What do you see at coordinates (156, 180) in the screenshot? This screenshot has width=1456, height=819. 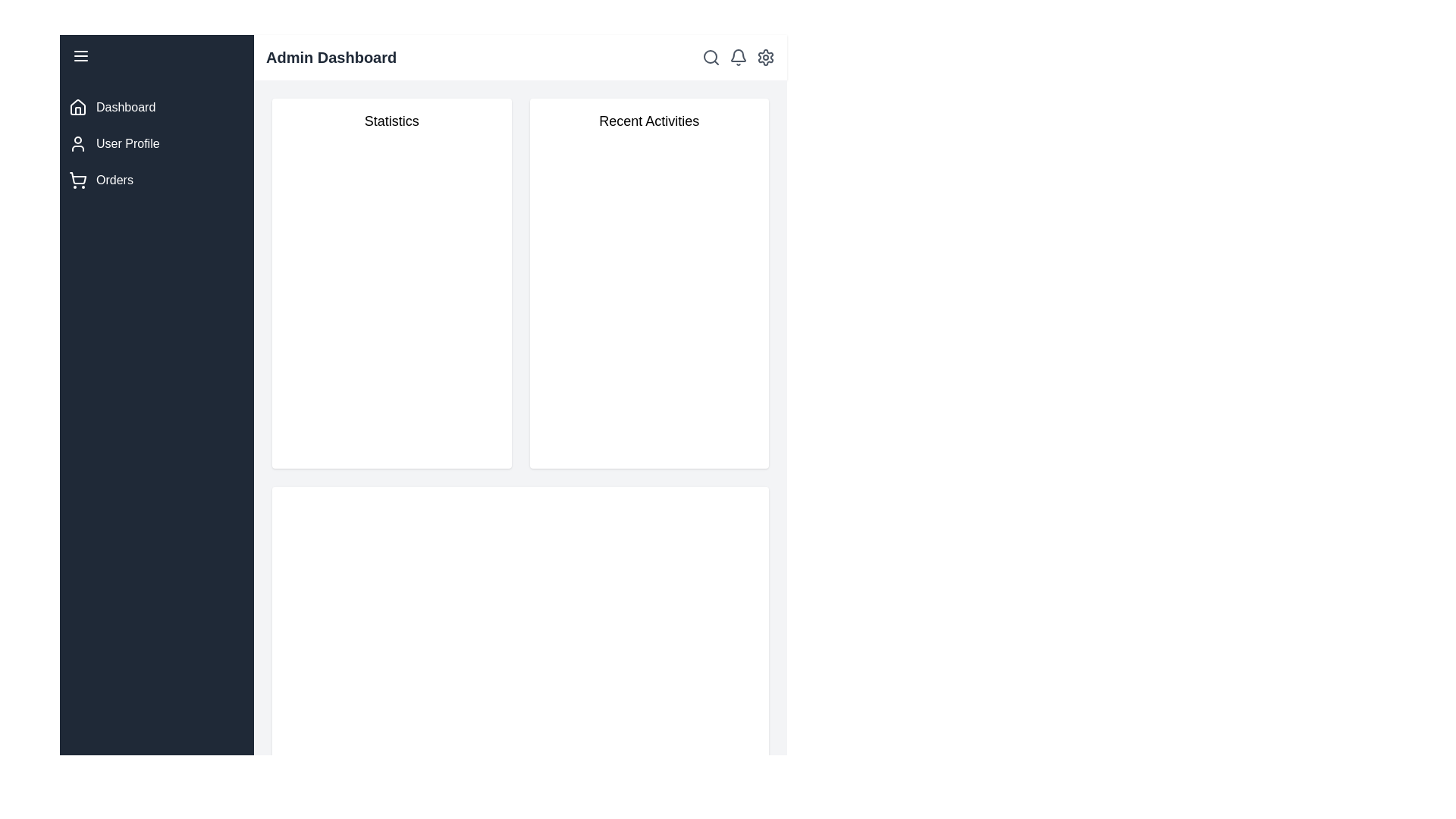 I see `the 'Orders' menu item located in the bottom portion of the sidebar for keyboard navigation` at bounding box center [156, 180].